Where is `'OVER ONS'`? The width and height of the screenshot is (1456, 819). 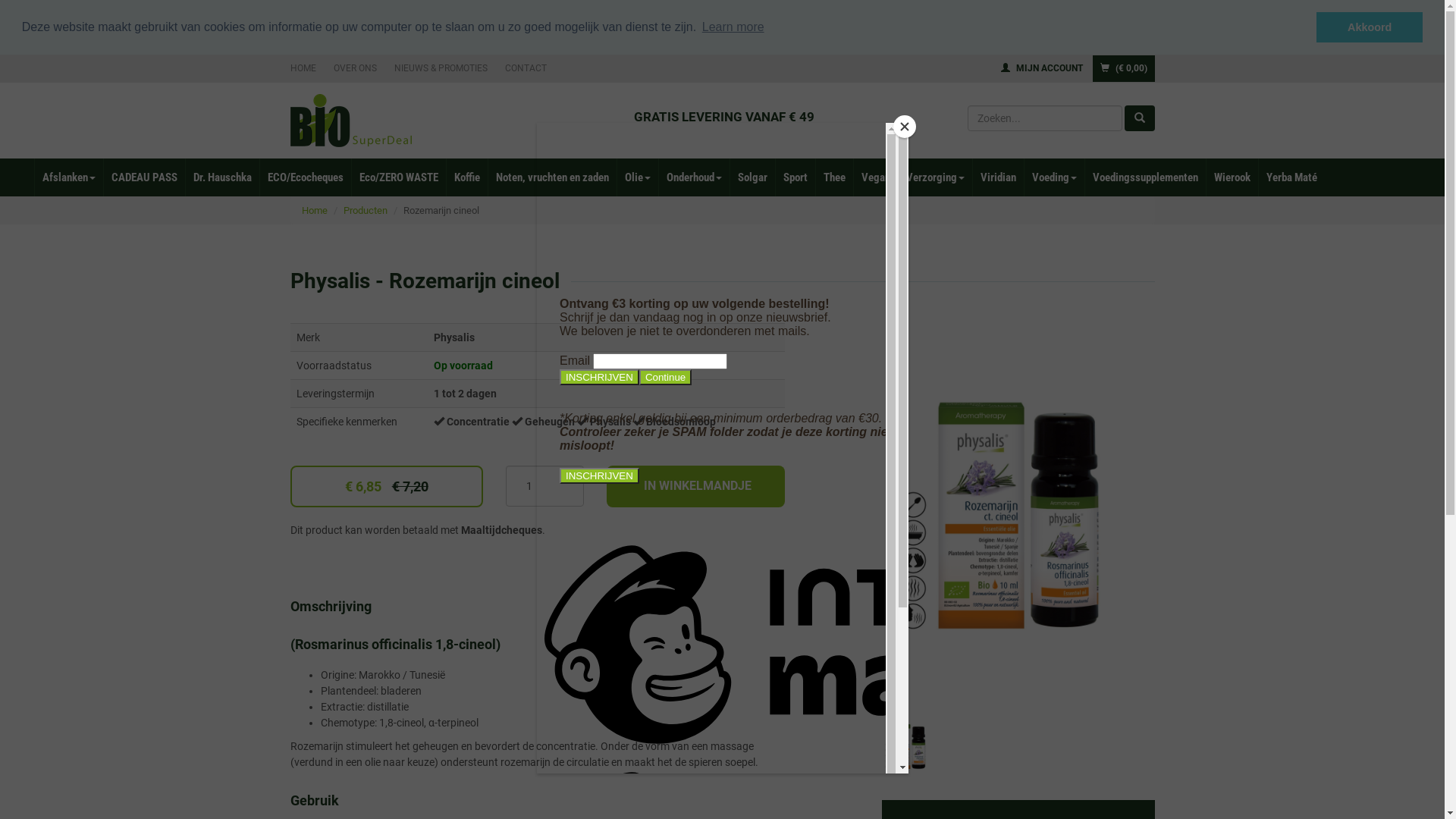
'OVER ONS' is located at coordinates (354, 66).